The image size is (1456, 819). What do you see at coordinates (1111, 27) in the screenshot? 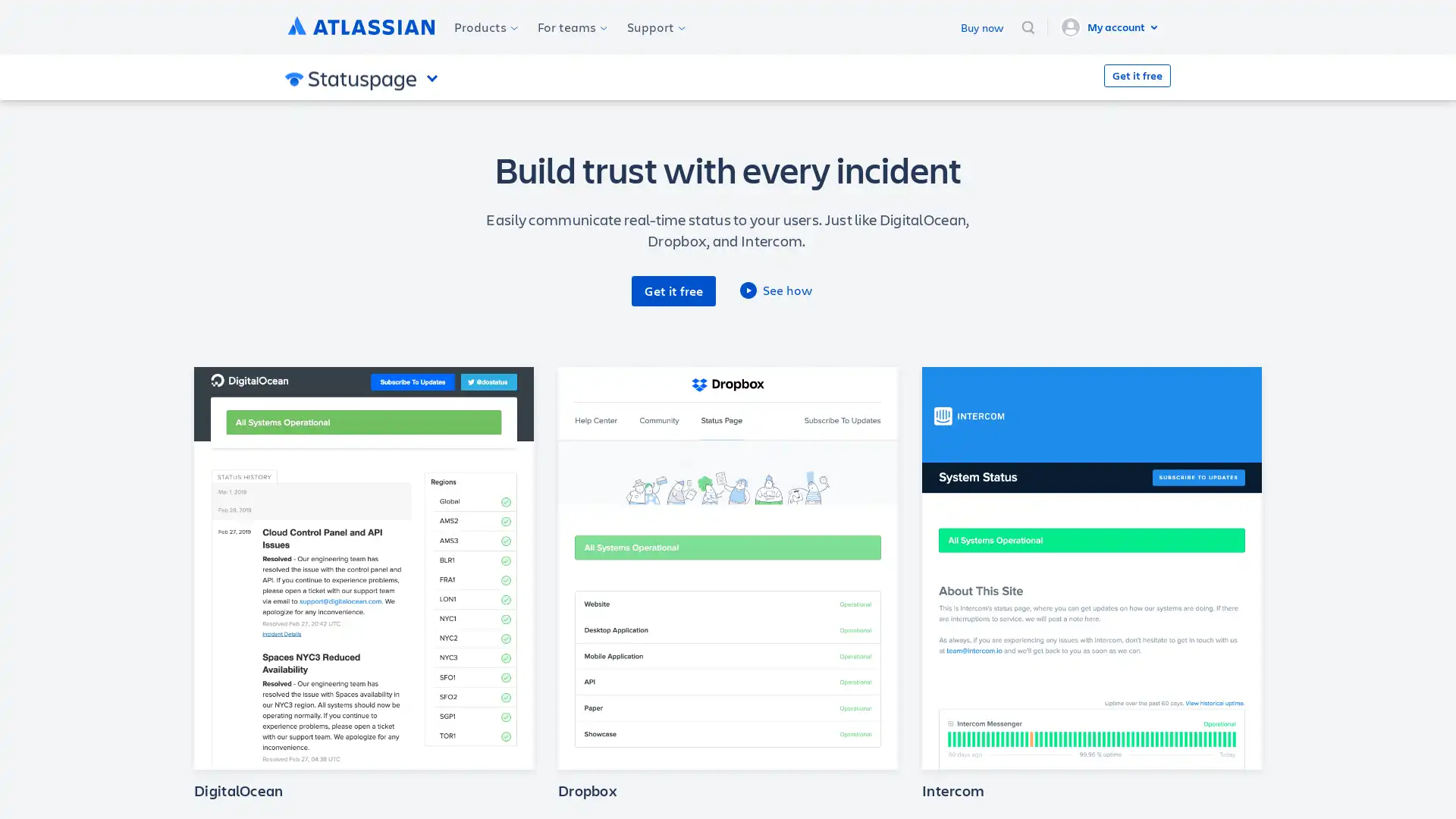
I see `My account open` at bounding box center [1111, 27].